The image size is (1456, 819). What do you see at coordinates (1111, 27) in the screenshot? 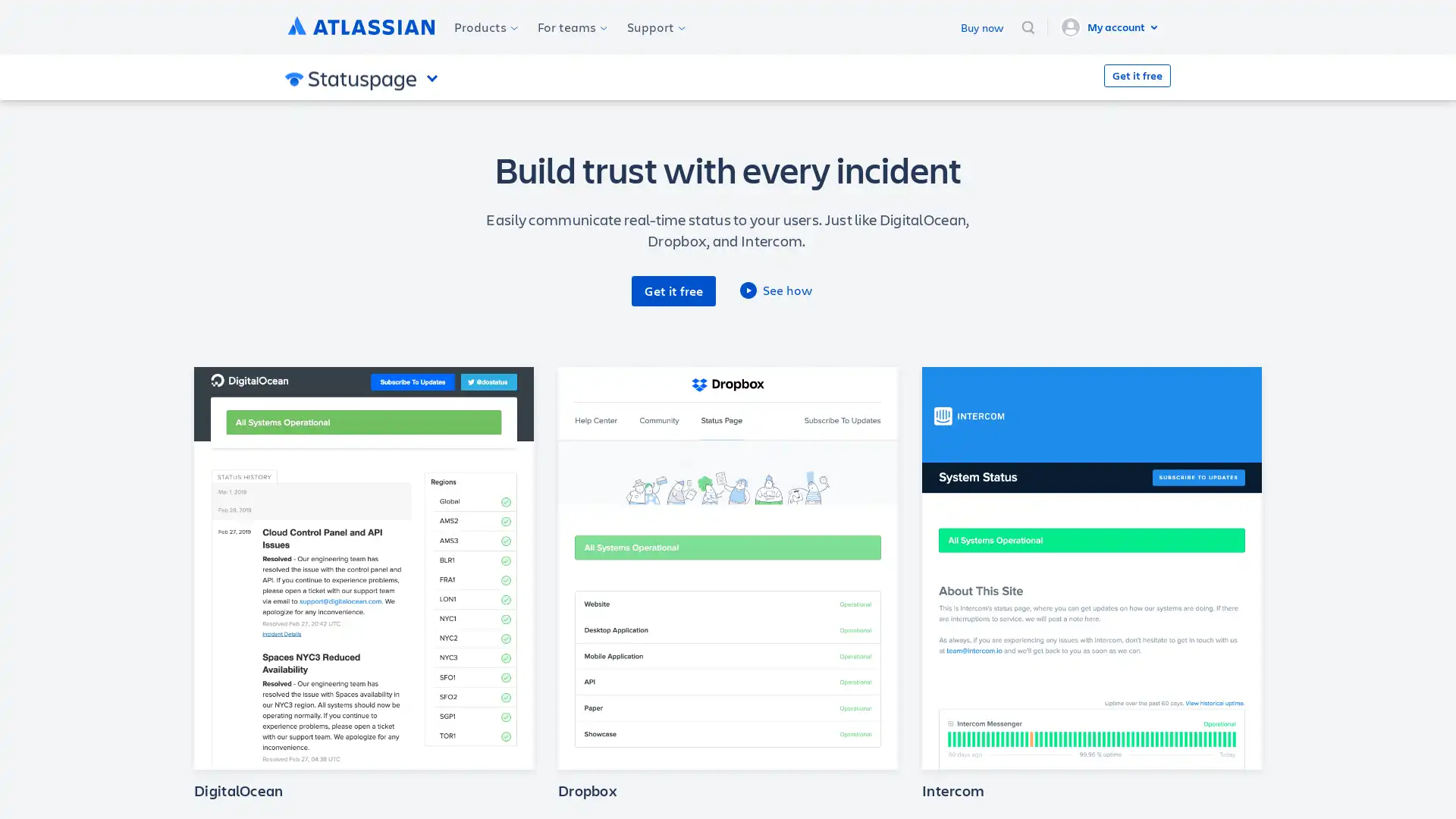
I see `My account open` at bounding box center [1111, 27].